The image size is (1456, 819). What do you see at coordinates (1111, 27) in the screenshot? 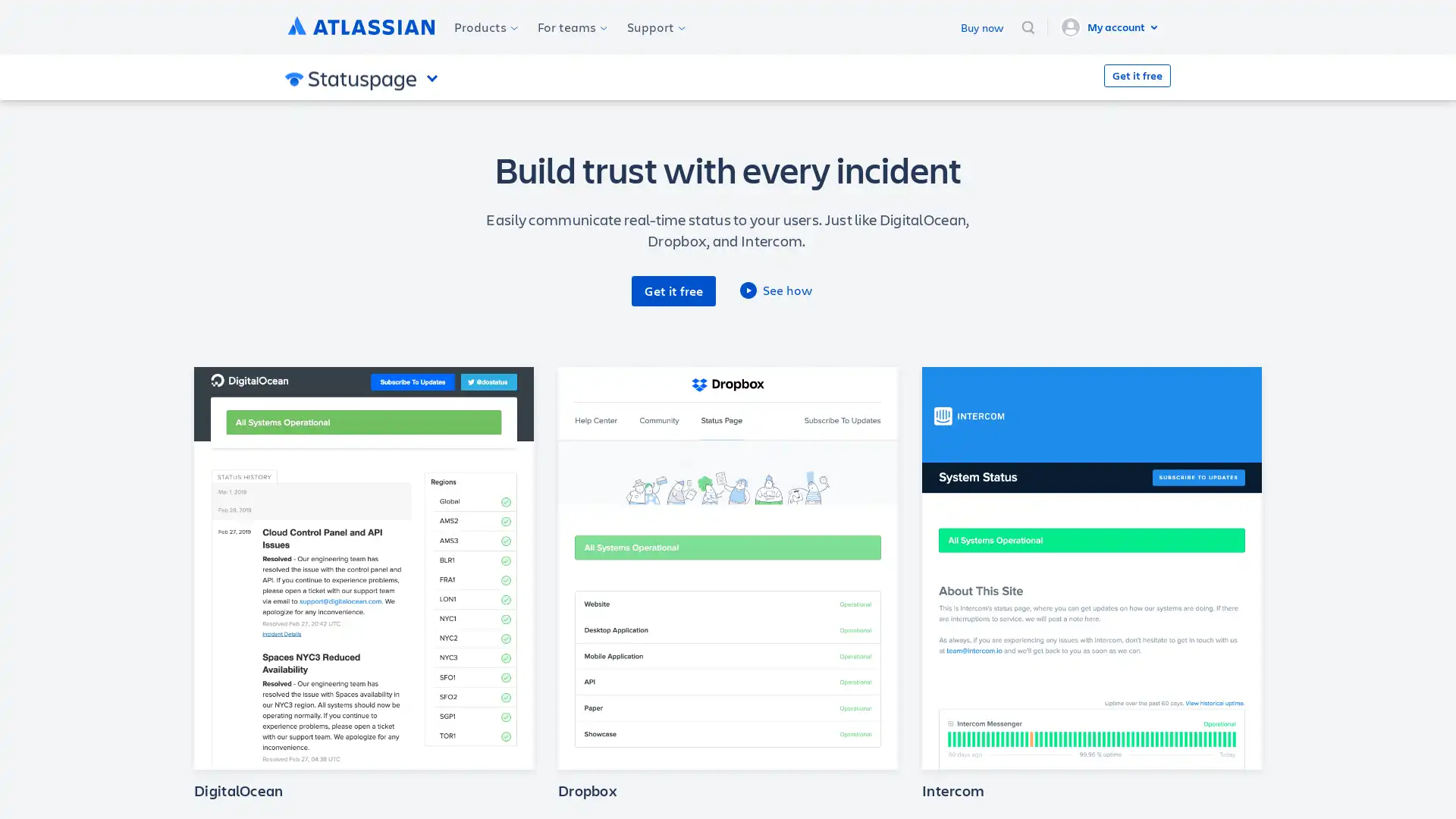
I see `My account open` at bounding box center [1111, 27].